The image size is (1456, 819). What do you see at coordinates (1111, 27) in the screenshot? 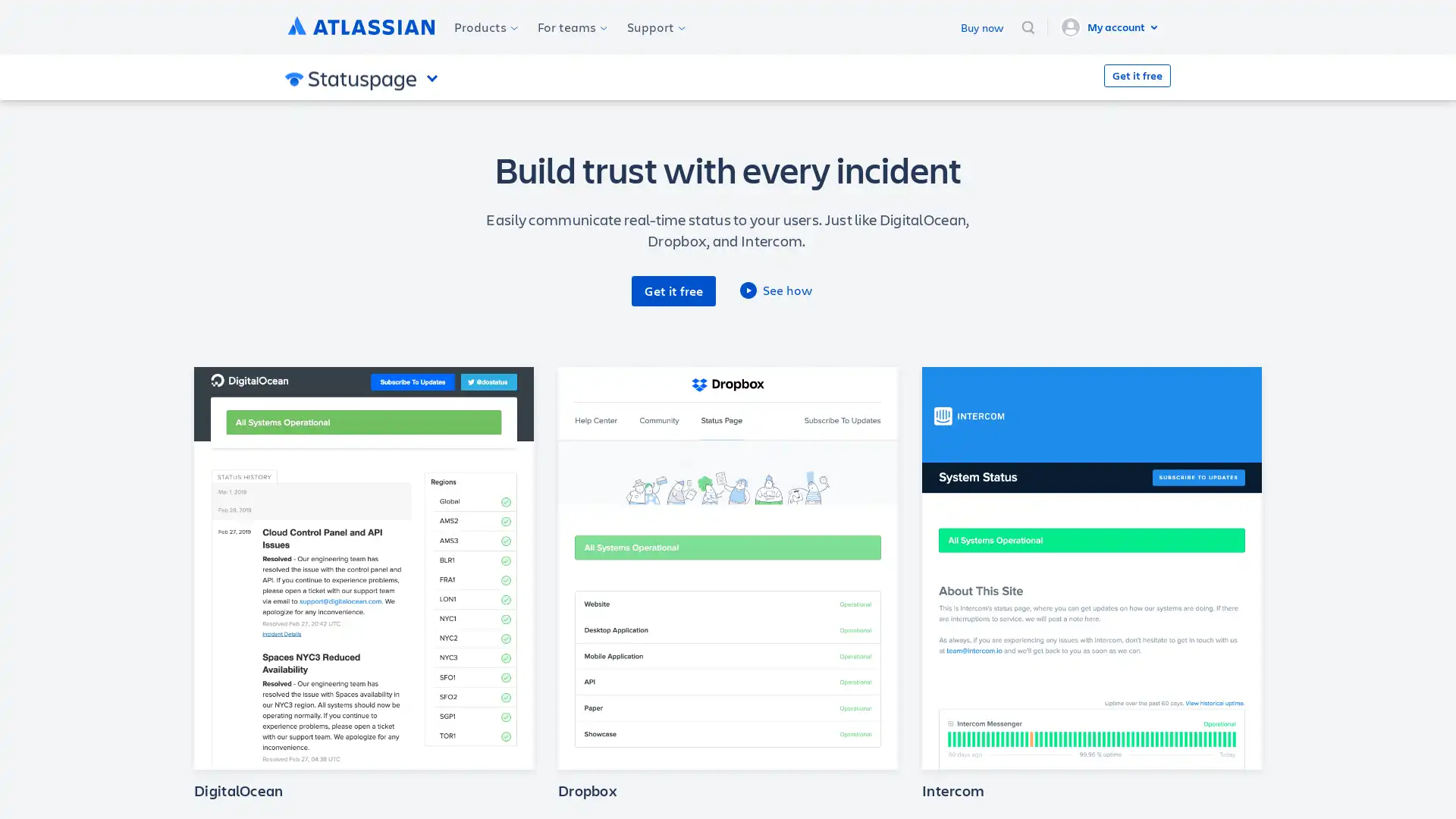
I see `My account open` at bounding box center [1111, 27].